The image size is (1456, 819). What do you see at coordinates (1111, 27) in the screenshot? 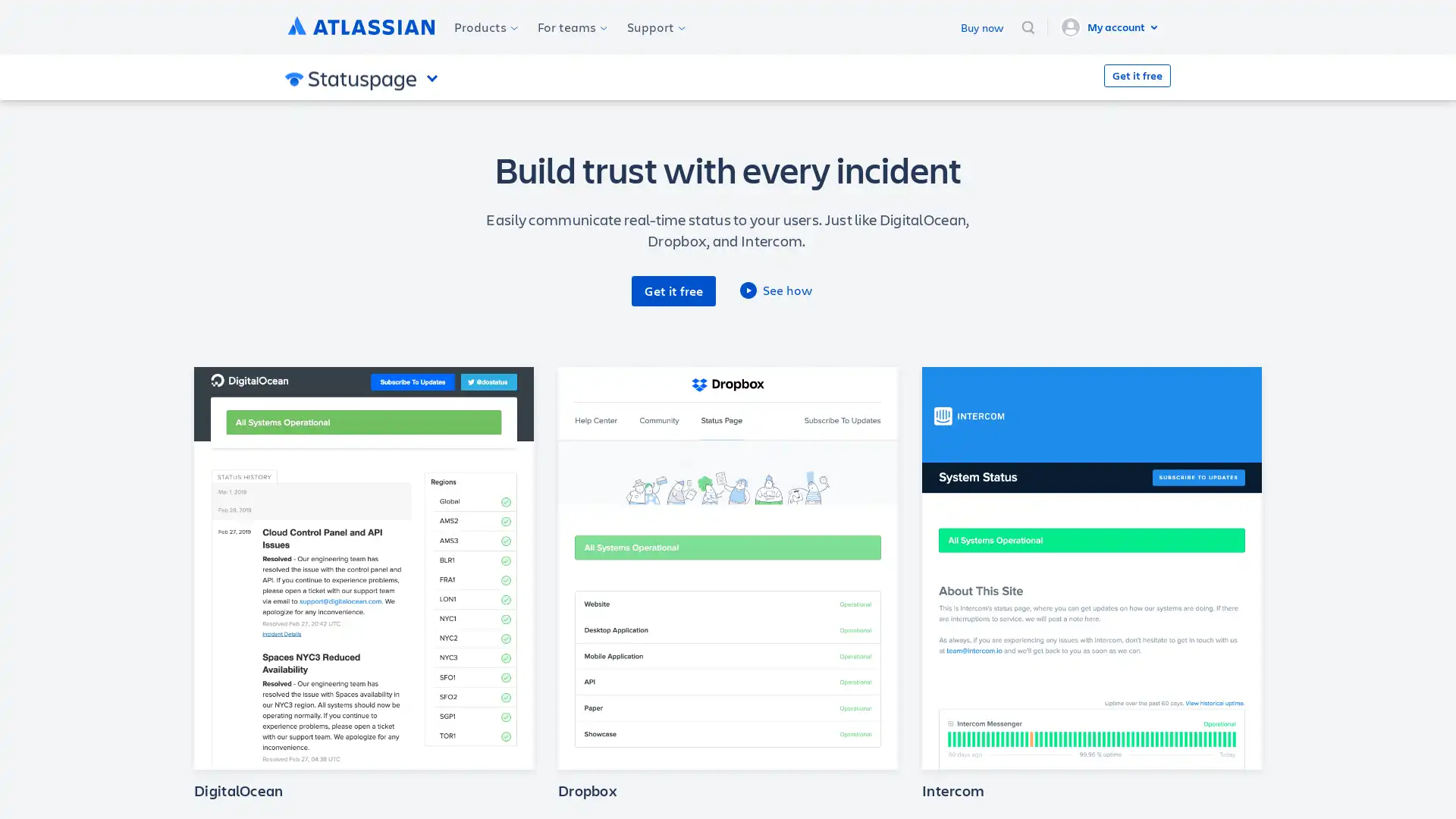
I see `My account open` at bounding box center [1111, 27].